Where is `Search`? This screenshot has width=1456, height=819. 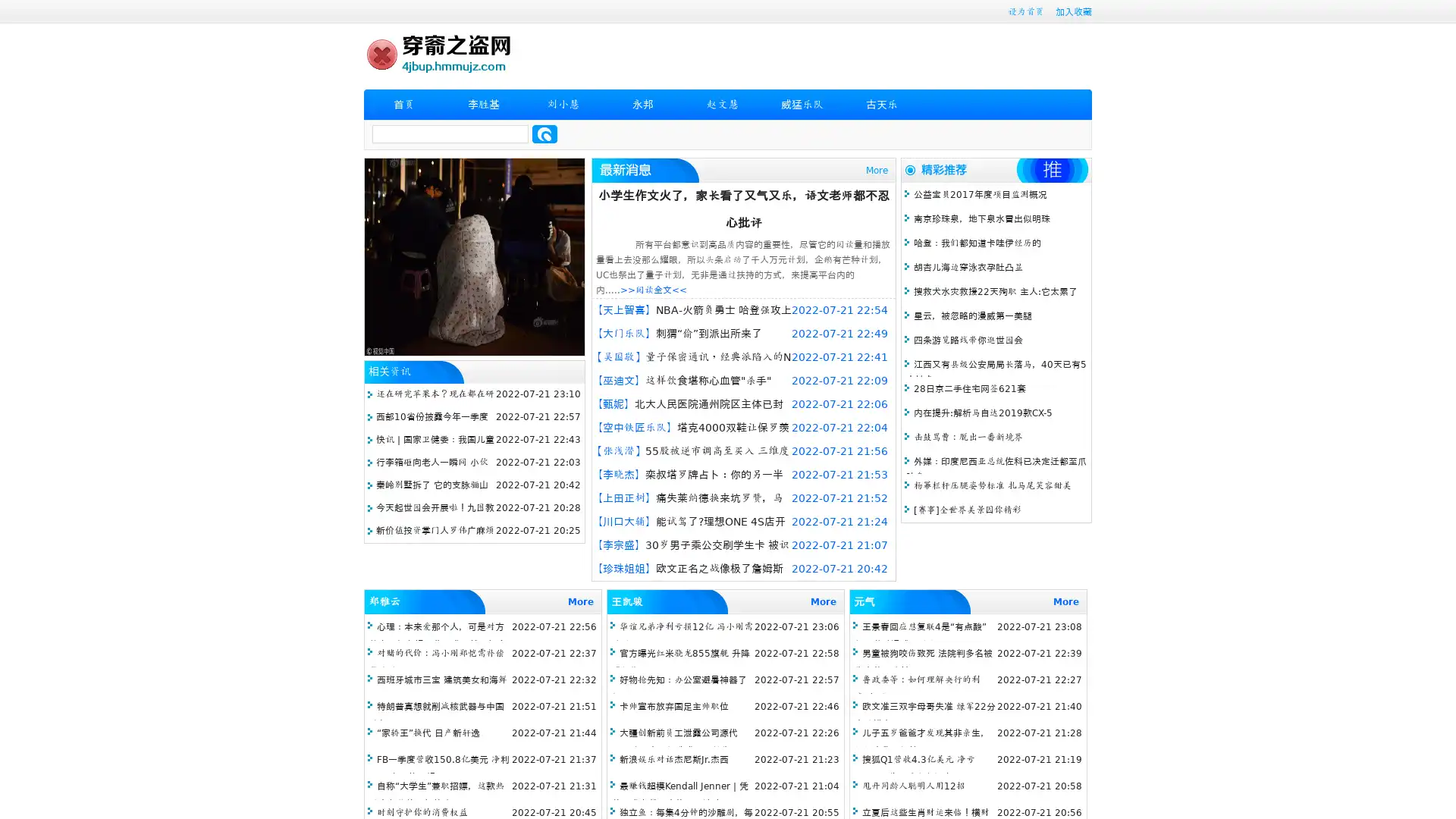 Search is located at coordinates (544, 133).